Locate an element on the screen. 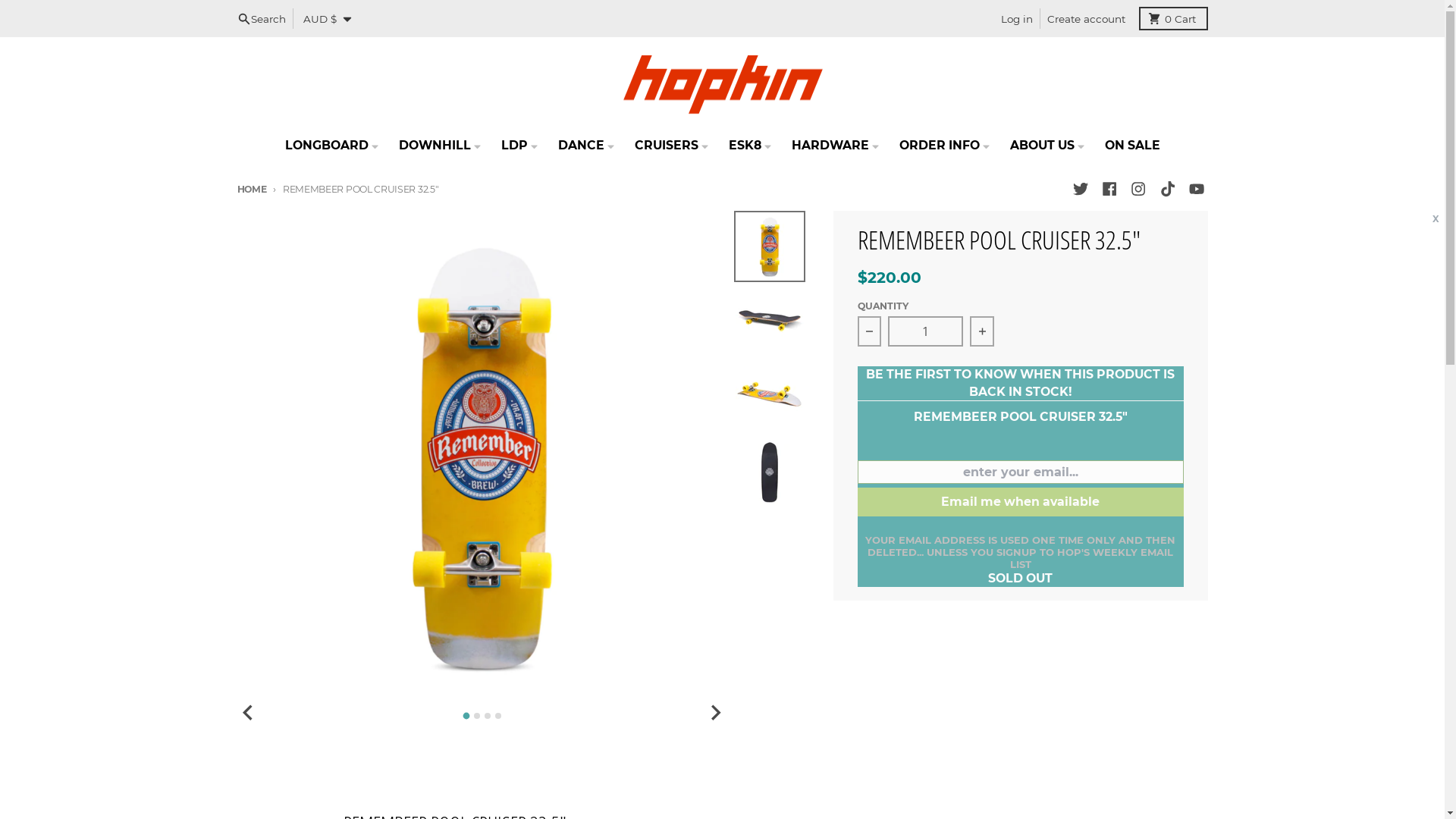 The width and height of the screenshot is (1456, 819). 'Create account' is located at coordinates (1039, 18).